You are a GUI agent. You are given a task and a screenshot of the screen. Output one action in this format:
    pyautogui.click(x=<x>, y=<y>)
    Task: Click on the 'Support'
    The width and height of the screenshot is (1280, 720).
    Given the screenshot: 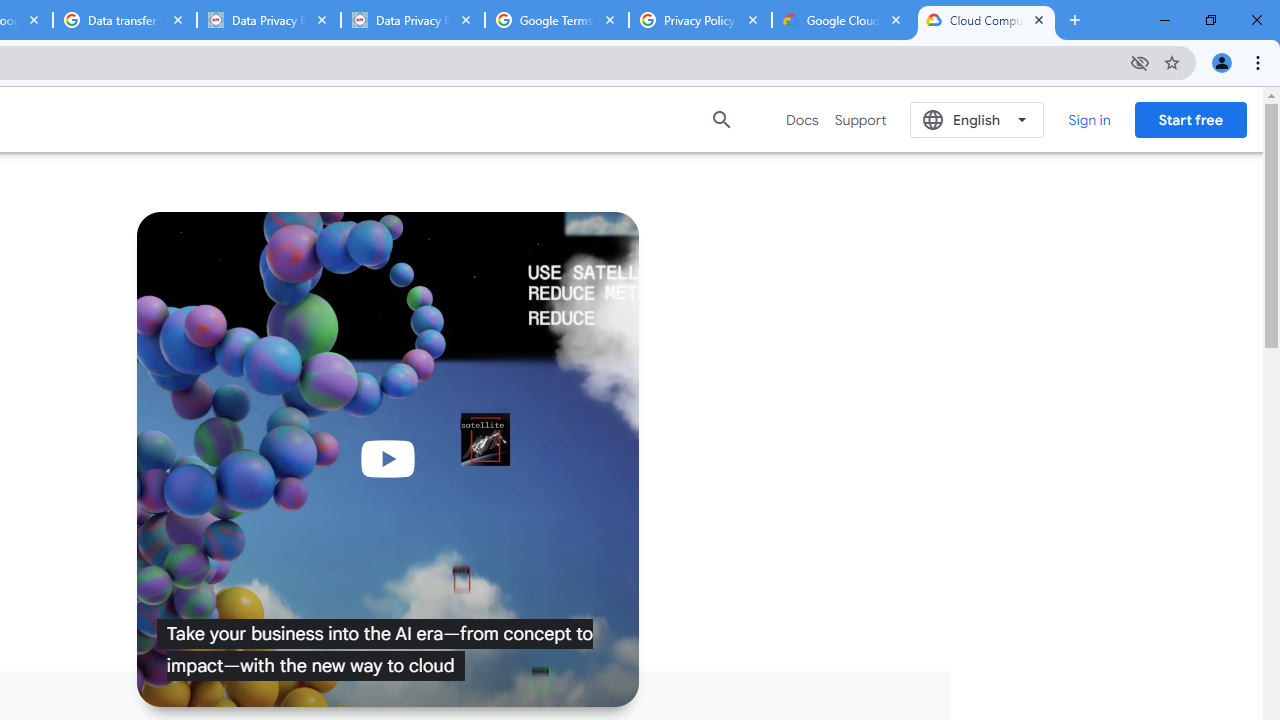 What is the action you would take?
    pyautogui.click(x=860, y=119)
    